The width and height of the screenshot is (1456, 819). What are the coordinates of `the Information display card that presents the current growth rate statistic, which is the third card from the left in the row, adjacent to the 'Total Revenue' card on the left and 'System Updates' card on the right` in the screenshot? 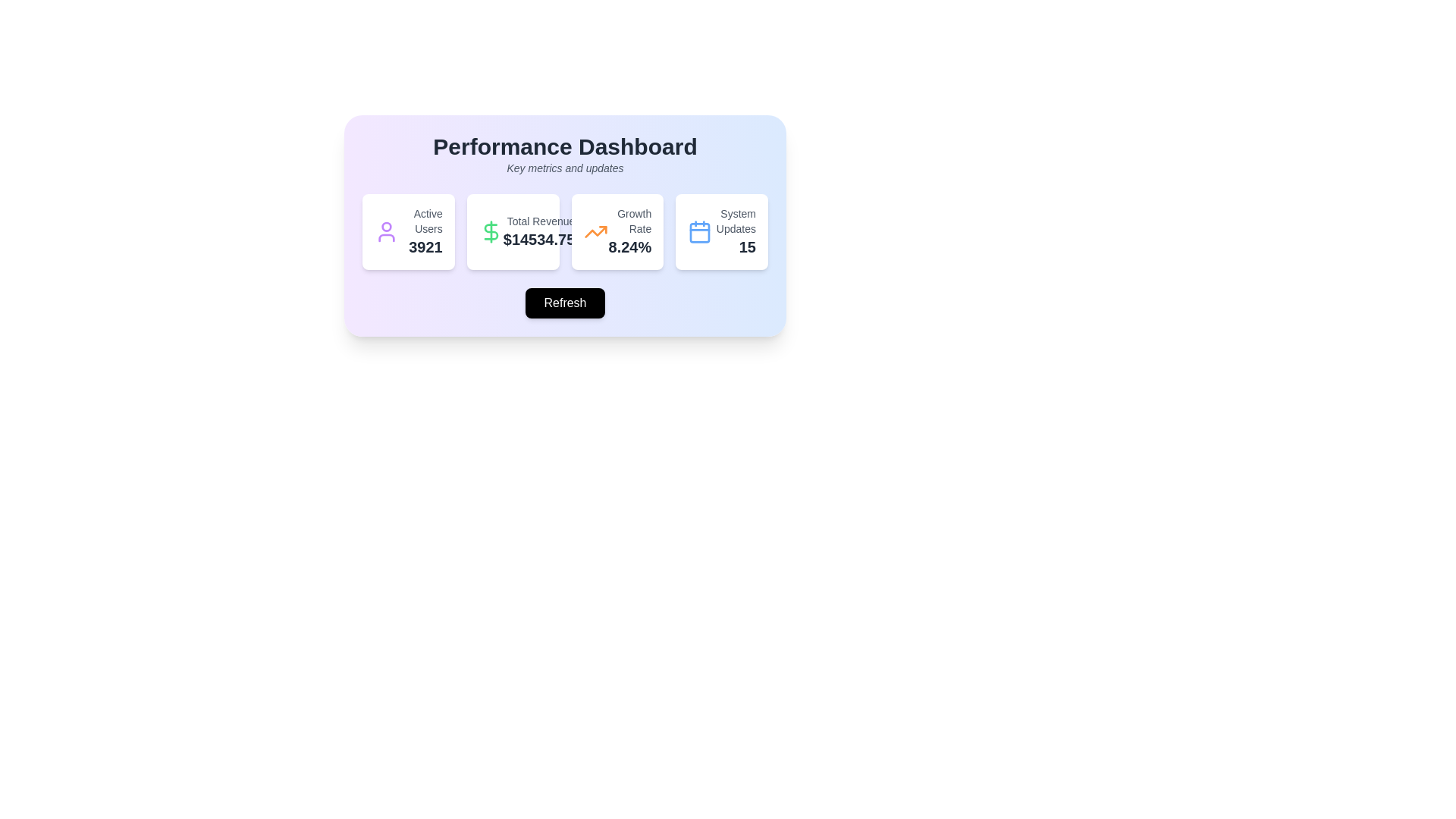 It's located at (617, 231).